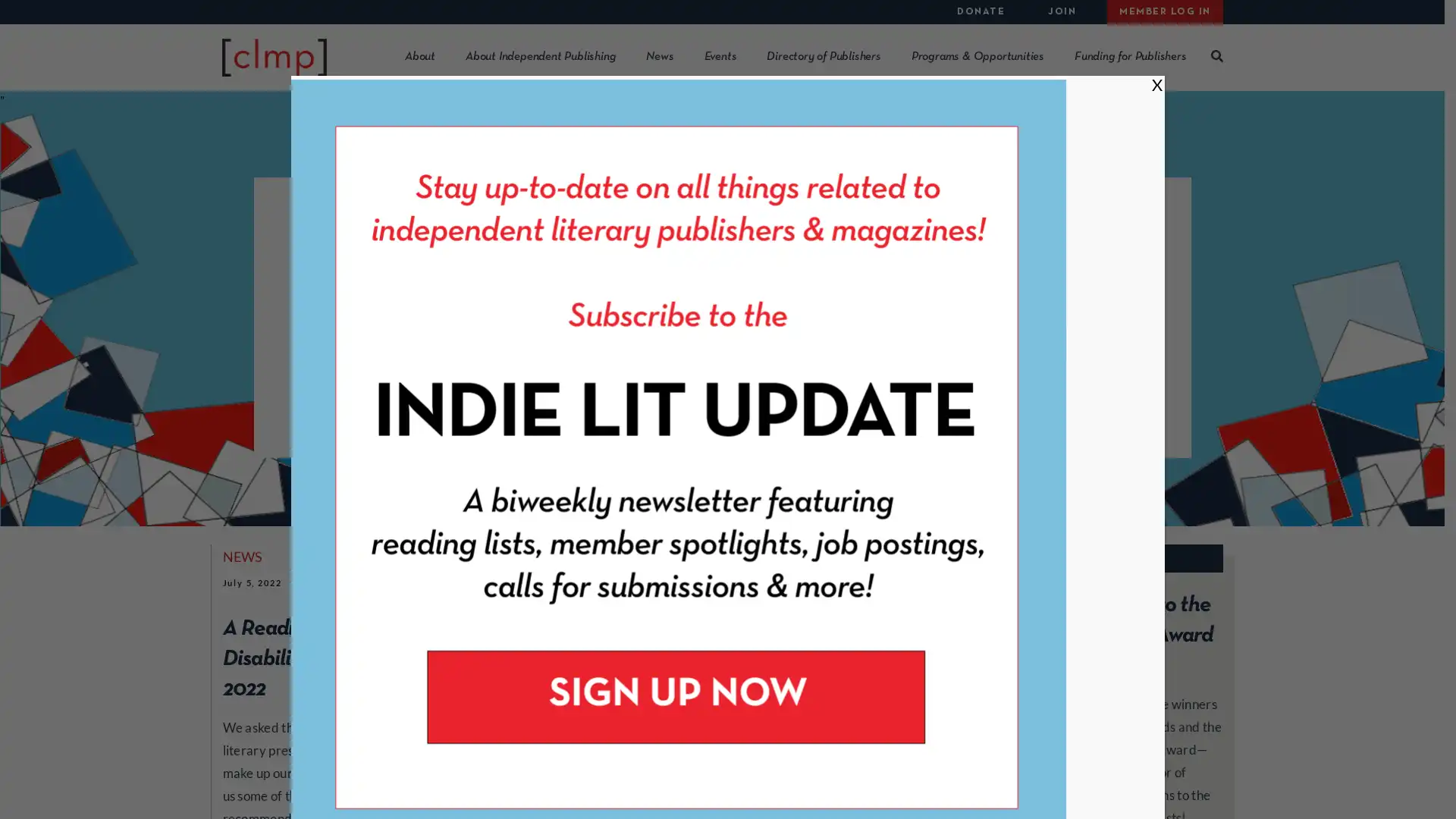 This screenshot has width=1456, height=819. What do you see at coordinates (1156, 84) in the screenshot?
I see `Close` at bounding box center [1156, 84].